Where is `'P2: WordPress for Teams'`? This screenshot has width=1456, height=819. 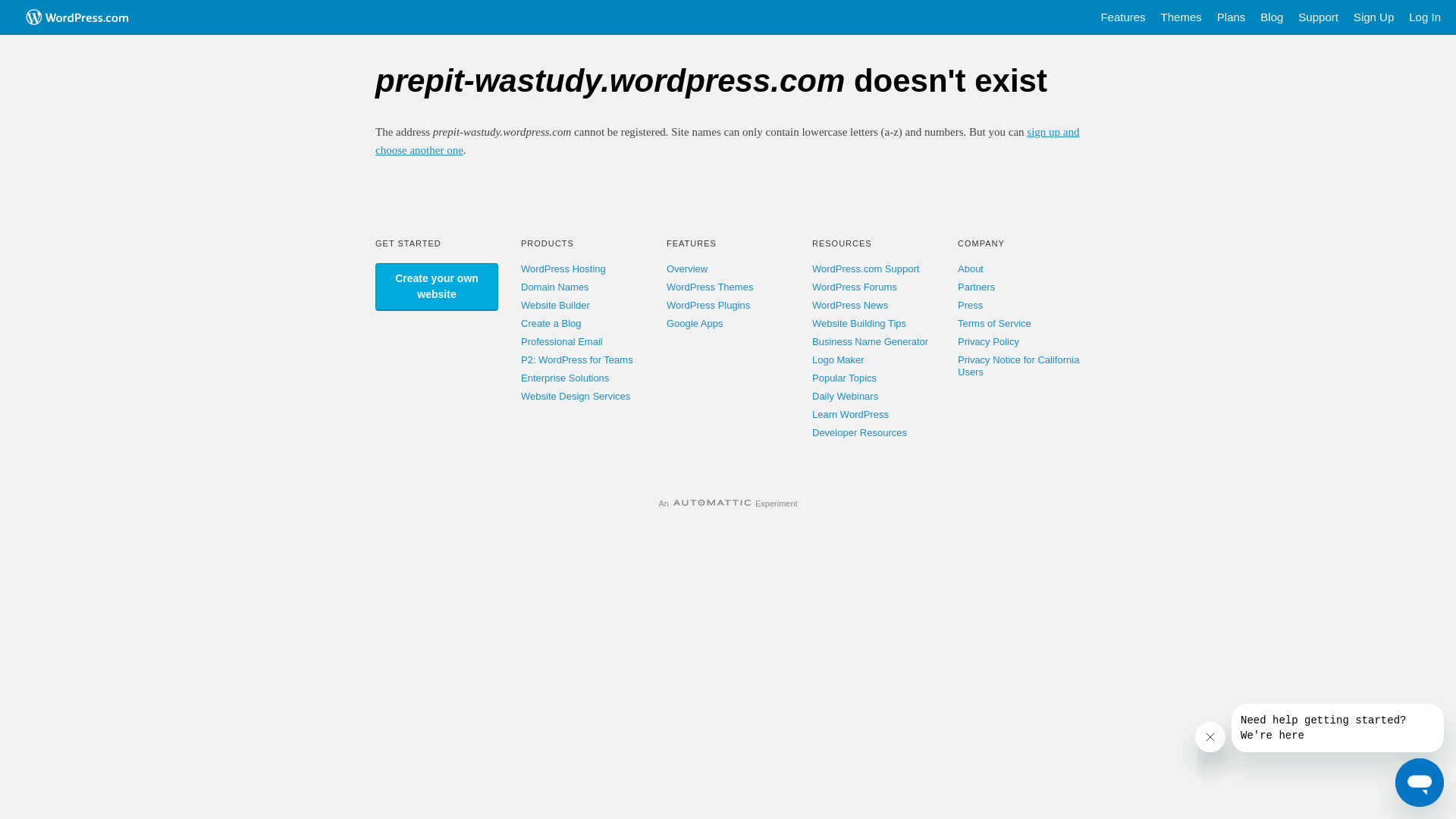
'P2: WordPress for Teams' is located at coordinates (576, 359).